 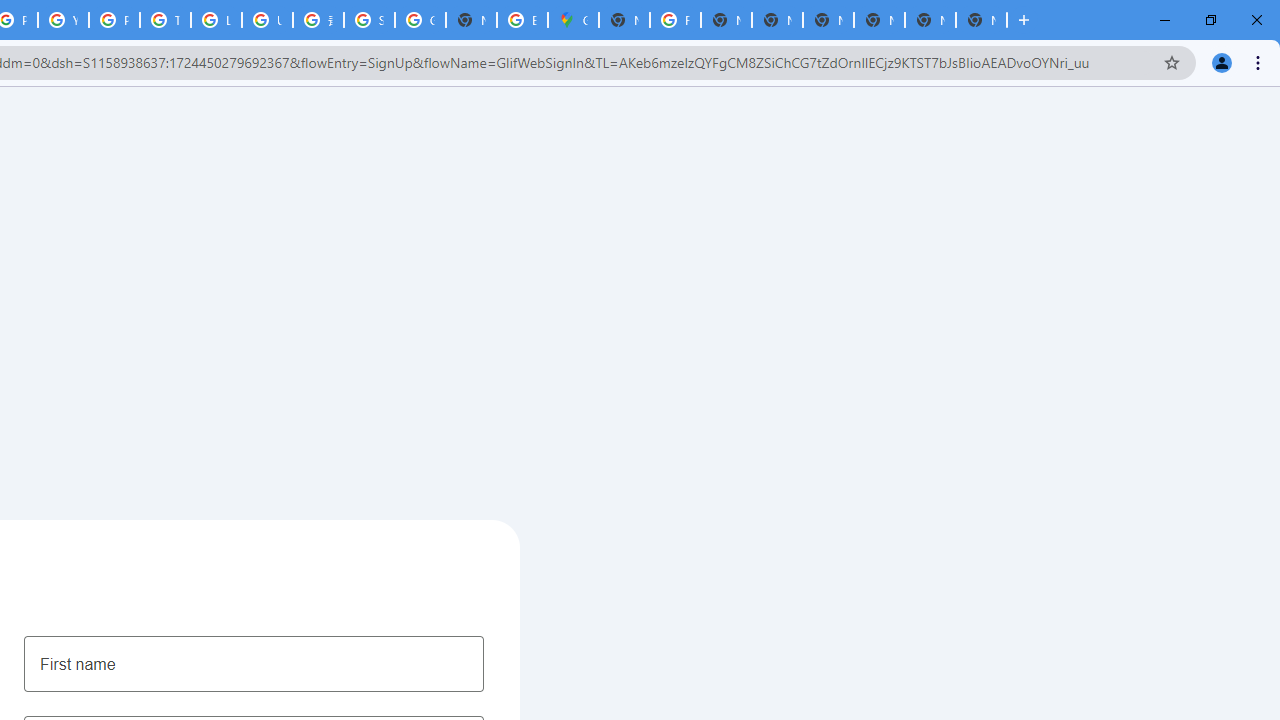 I want to click on 'Tips & tricks for Chrome - Google Chrome Help', so click(x=165, y=20).